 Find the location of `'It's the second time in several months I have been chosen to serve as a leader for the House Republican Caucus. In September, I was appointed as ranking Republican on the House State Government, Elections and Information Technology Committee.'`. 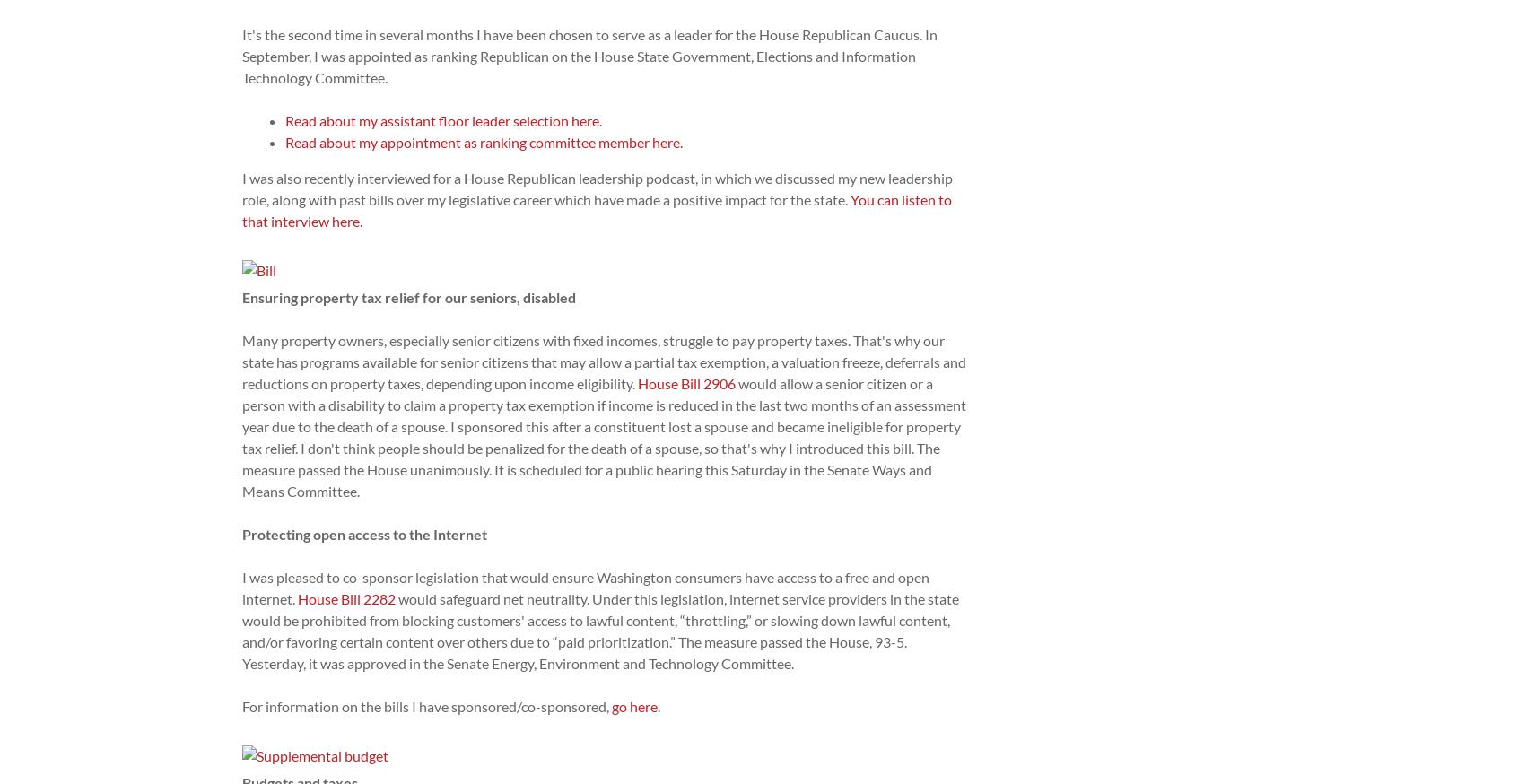

'It's the second time in several months I have been chosen to serve as a leader for the House Republican Caucus. In September, I was appointed as ranking Republican on the House State Government, Elections and Information Technology Committee.' is located at coordinates (589, 55).